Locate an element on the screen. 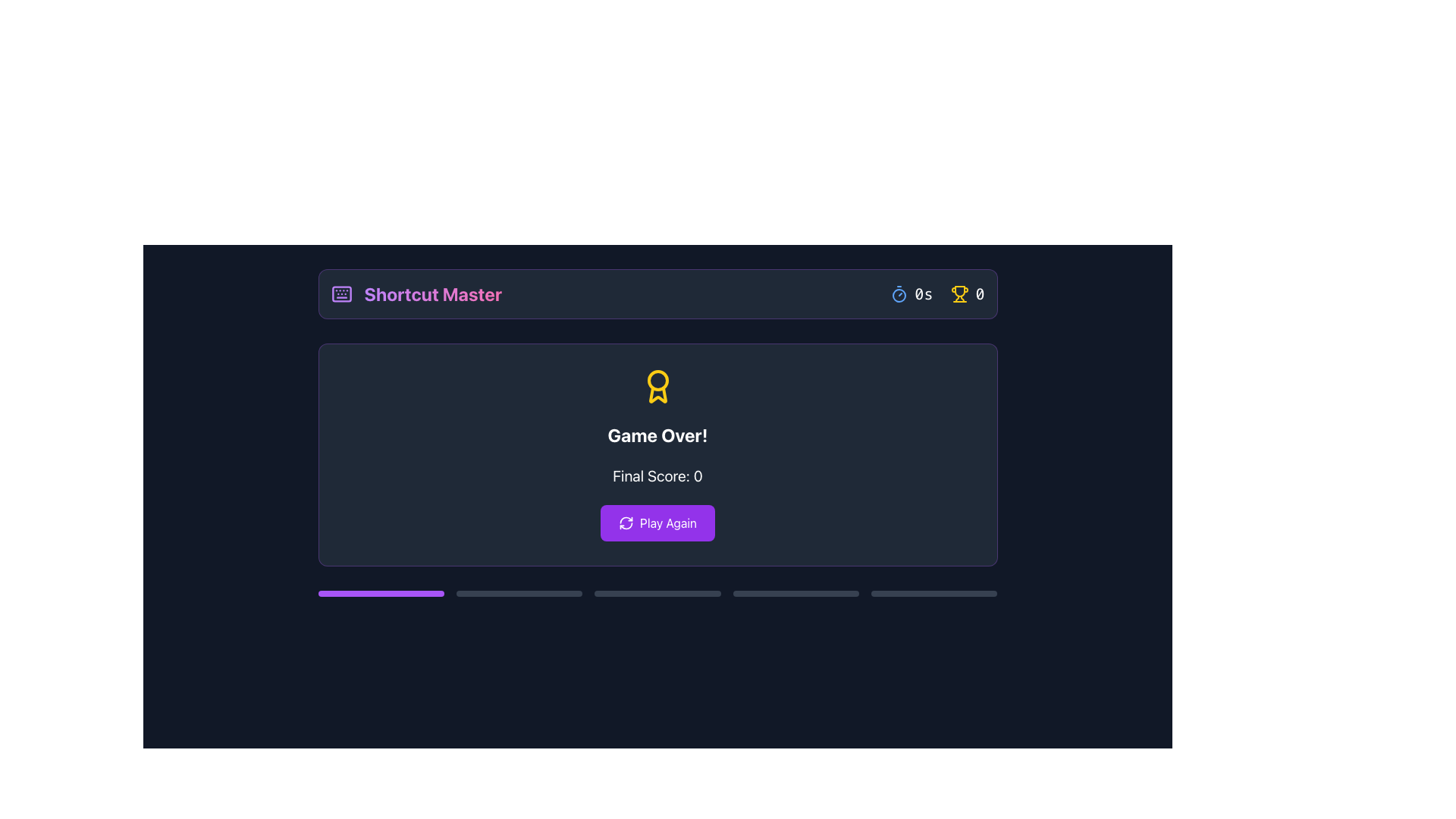 Image resolution: width=1456 pixels, height=819 pixels. final score displayed in the text element located below the 'Game Over!' text and above the 'Play Again' button is located at coordinates (657, 475).